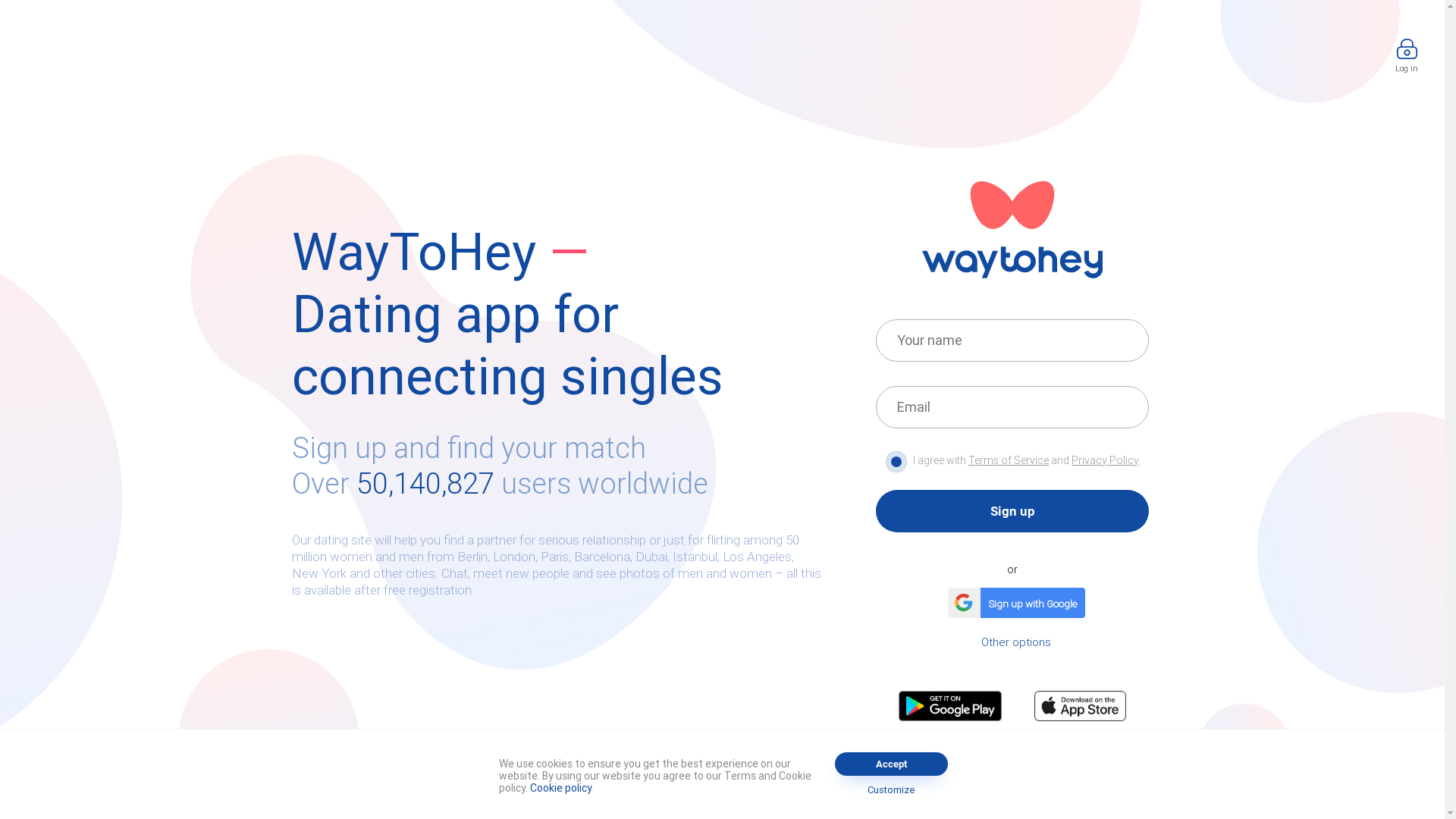  What do you see at coordinates (1012, 601) in the screenshot?
I see `'Sign up with Google'` at bounding box center [1012, 601].